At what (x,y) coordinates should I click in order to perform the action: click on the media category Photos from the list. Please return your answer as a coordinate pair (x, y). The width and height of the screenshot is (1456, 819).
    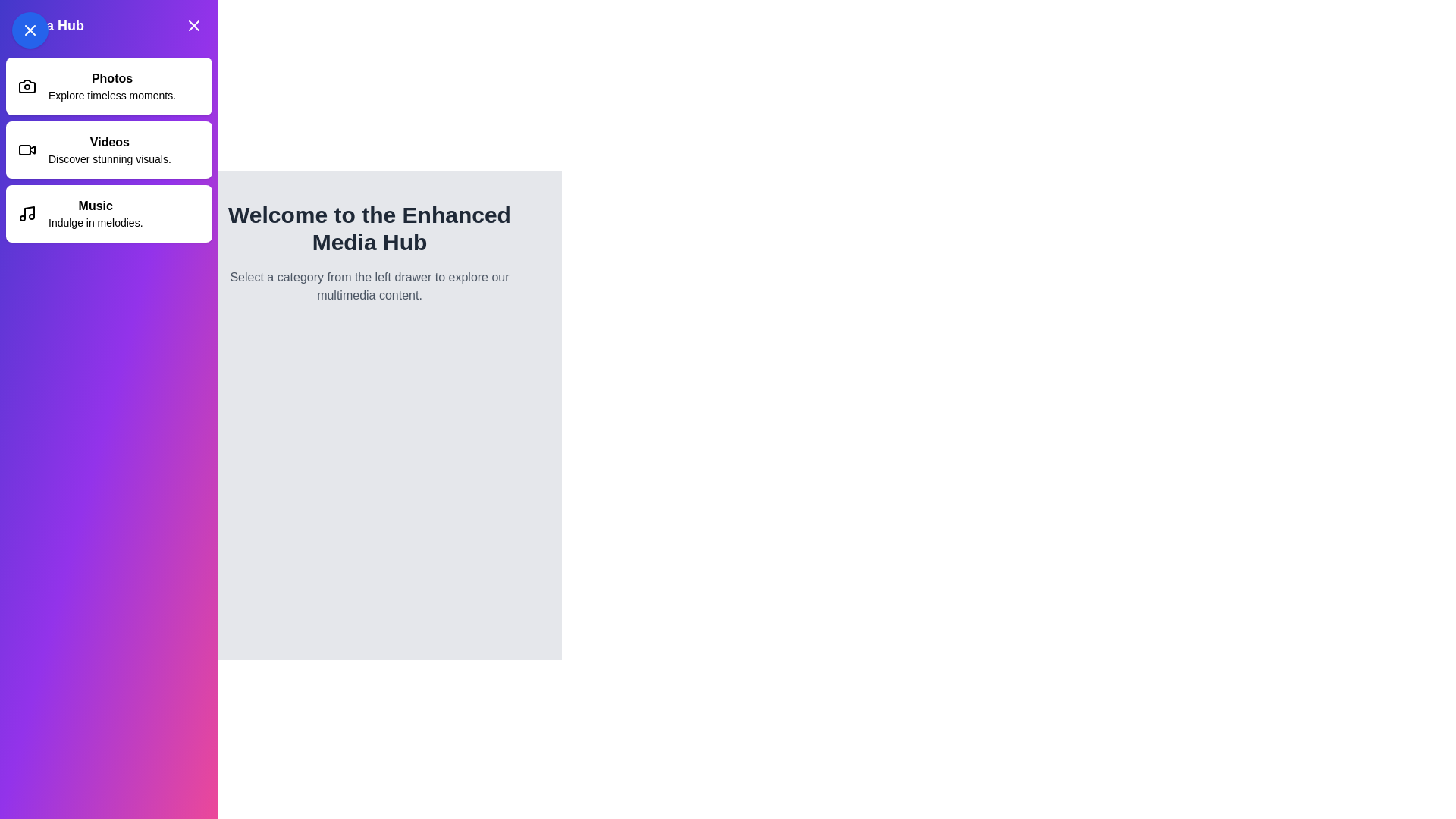
    Looking at the image, I should click on (108, 86).